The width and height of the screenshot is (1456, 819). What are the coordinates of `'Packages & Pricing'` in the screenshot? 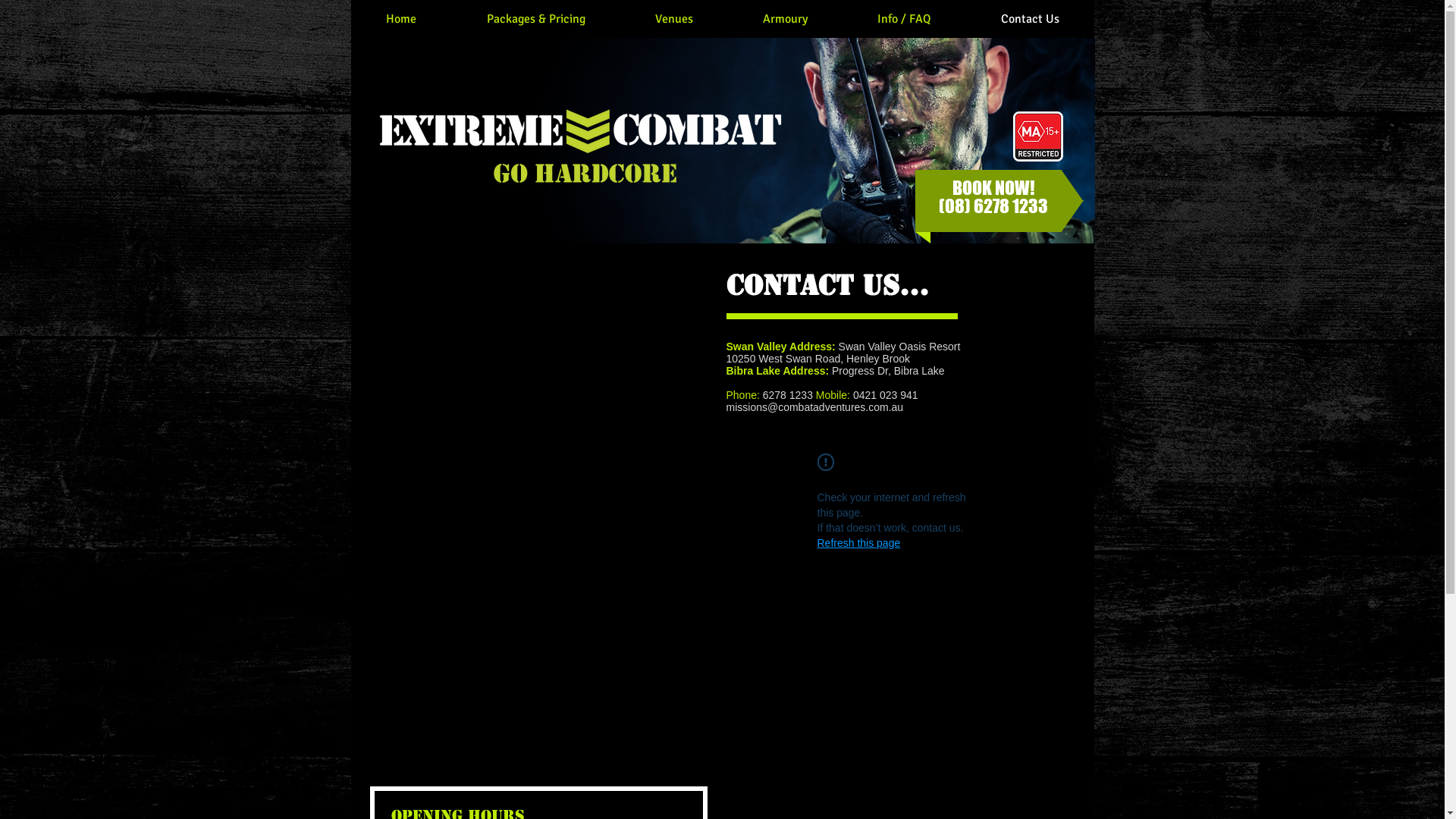 It's located at (535, 18).